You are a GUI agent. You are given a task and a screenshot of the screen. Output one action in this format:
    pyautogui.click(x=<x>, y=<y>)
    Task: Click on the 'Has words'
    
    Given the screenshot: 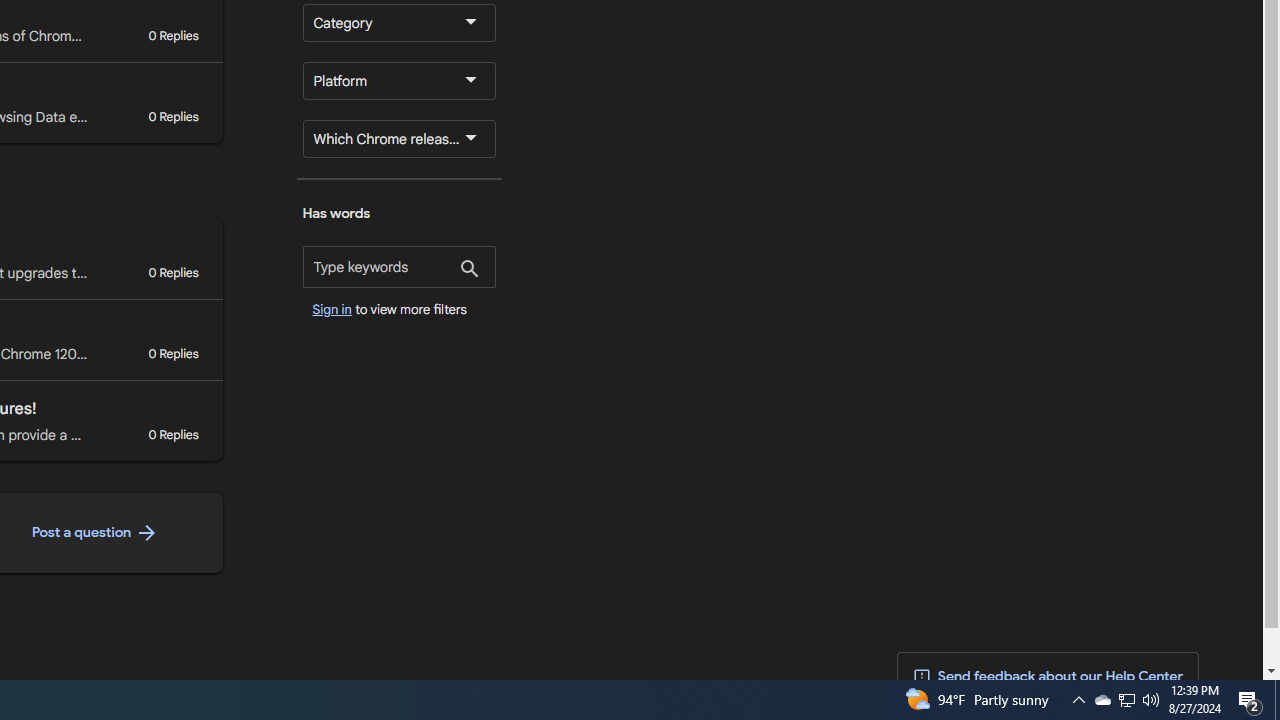 What is the action you would take?
    pyautogui.click(x=399, y=266)
    